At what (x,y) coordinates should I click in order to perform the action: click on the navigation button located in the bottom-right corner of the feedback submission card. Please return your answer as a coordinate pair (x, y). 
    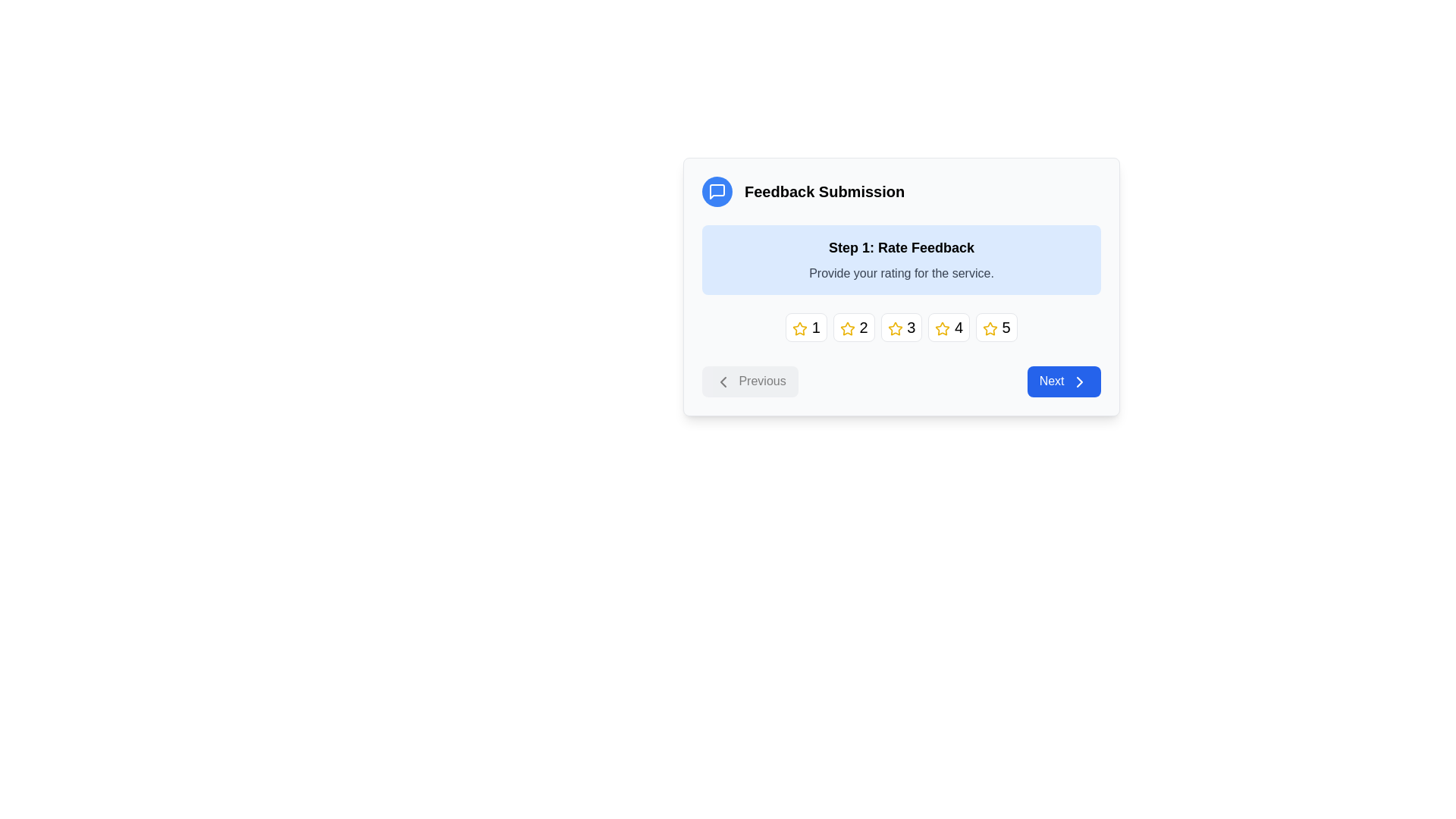
    Looking at the image, I should click on (1063, 381).